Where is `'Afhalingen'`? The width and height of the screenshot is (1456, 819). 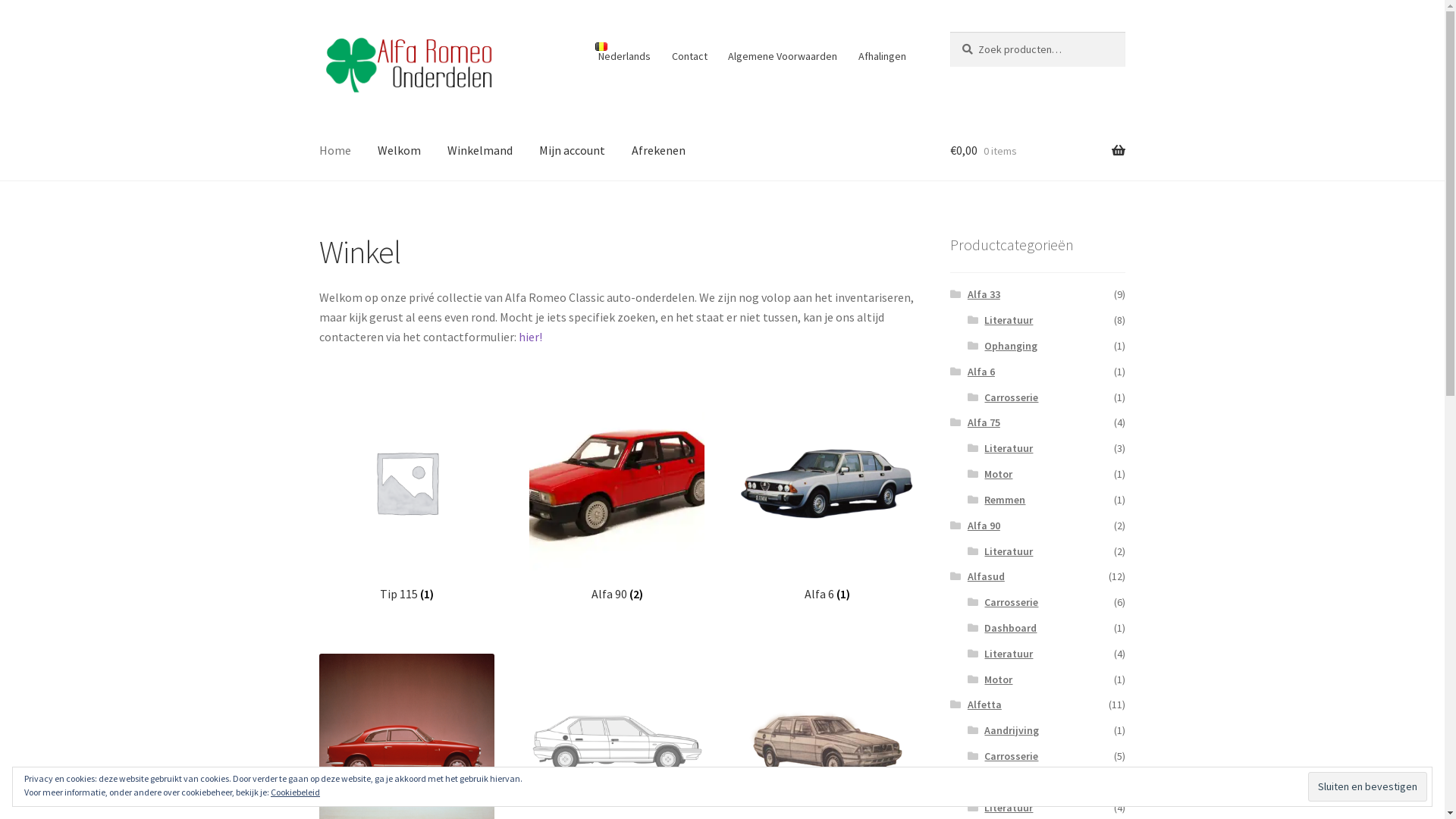 'Afhalingen' is located at coordinates (881, 55).